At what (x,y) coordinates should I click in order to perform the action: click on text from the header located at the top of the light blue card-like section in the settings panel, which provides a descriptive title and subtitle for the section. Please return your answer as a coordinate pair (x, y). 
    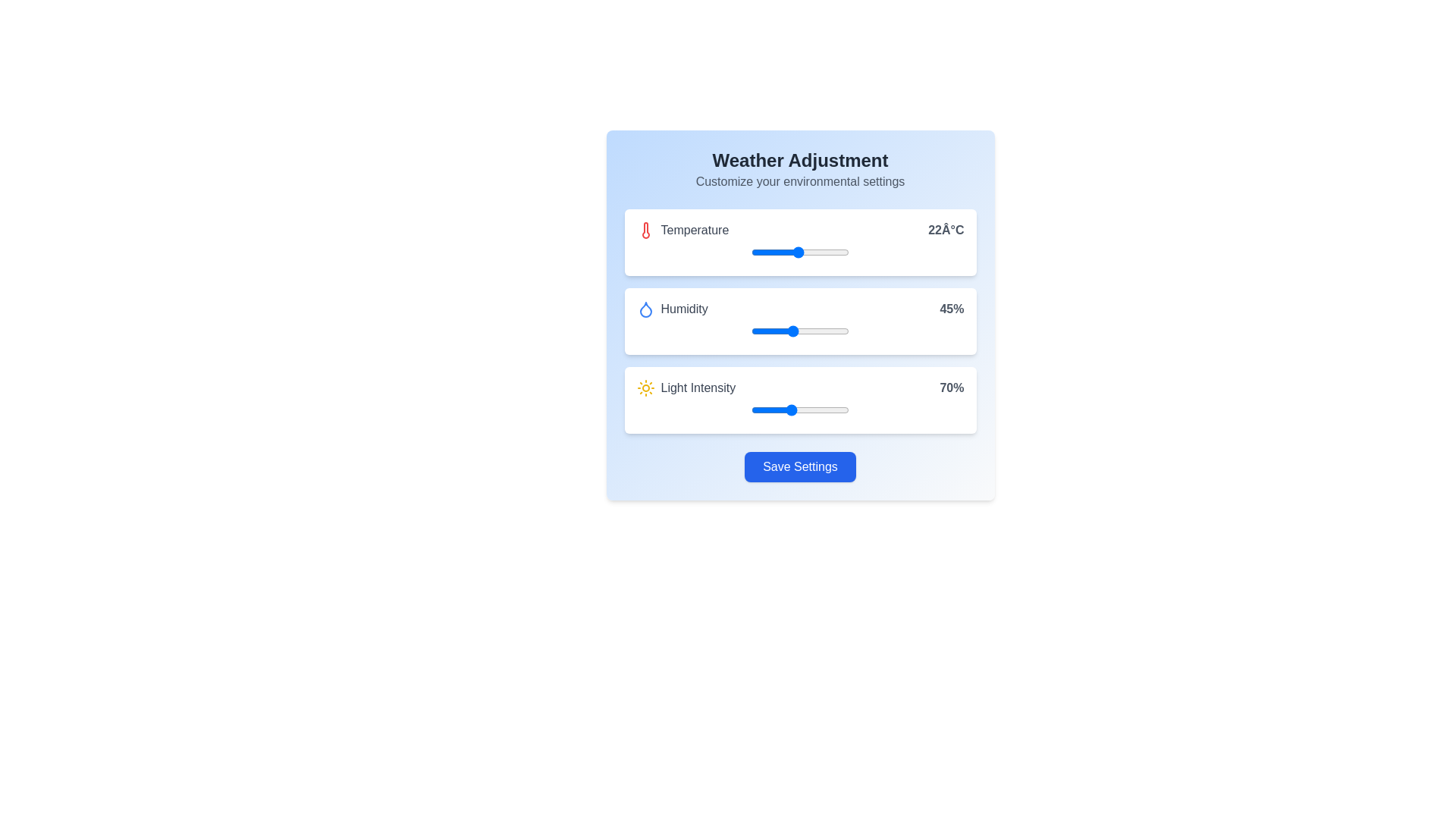
    Looking at the image, I should click on (799, 169).